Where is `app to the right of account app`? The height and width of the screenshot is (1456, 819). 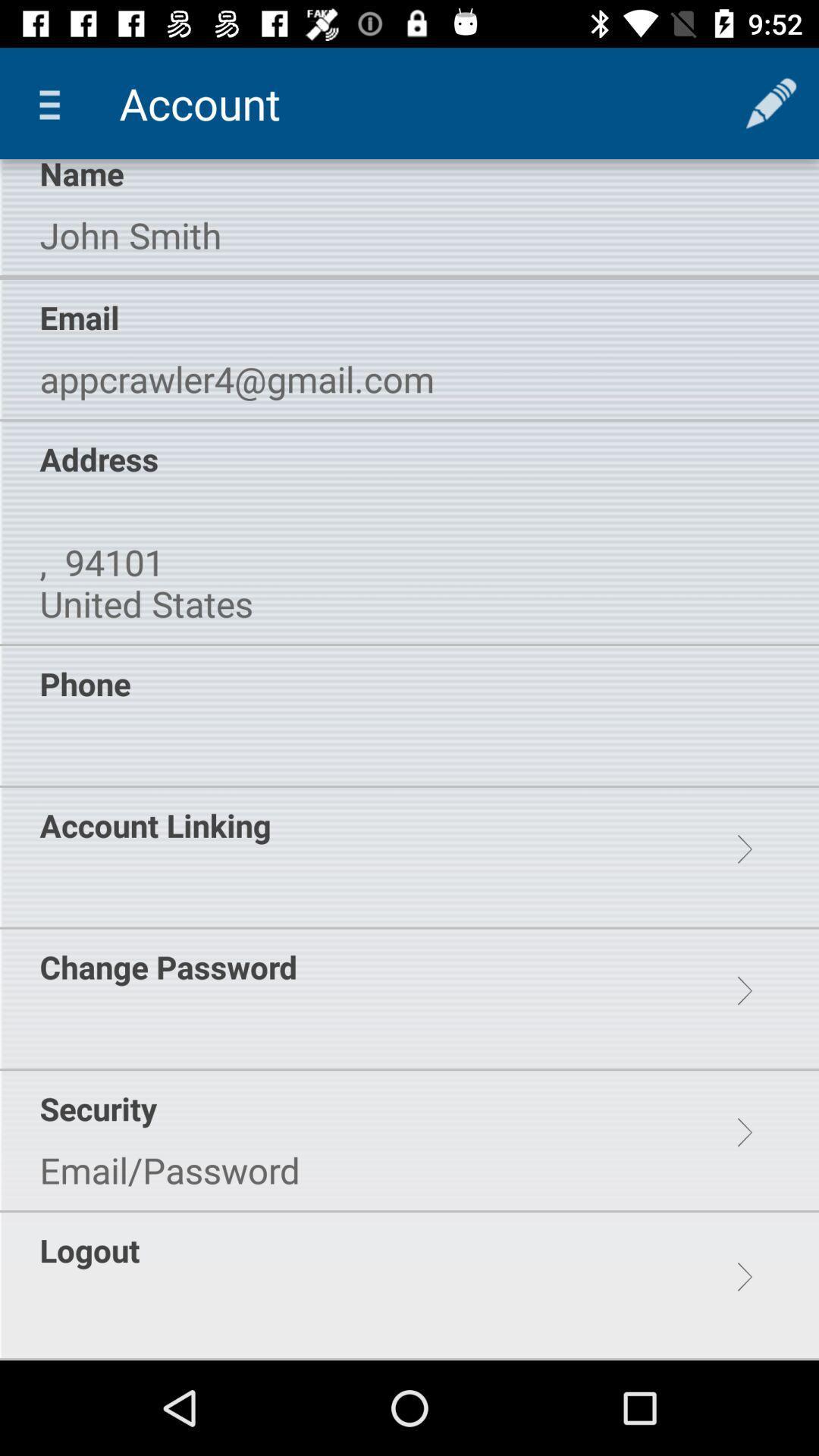
app to the right of account app is located at coordinates (771, 102).